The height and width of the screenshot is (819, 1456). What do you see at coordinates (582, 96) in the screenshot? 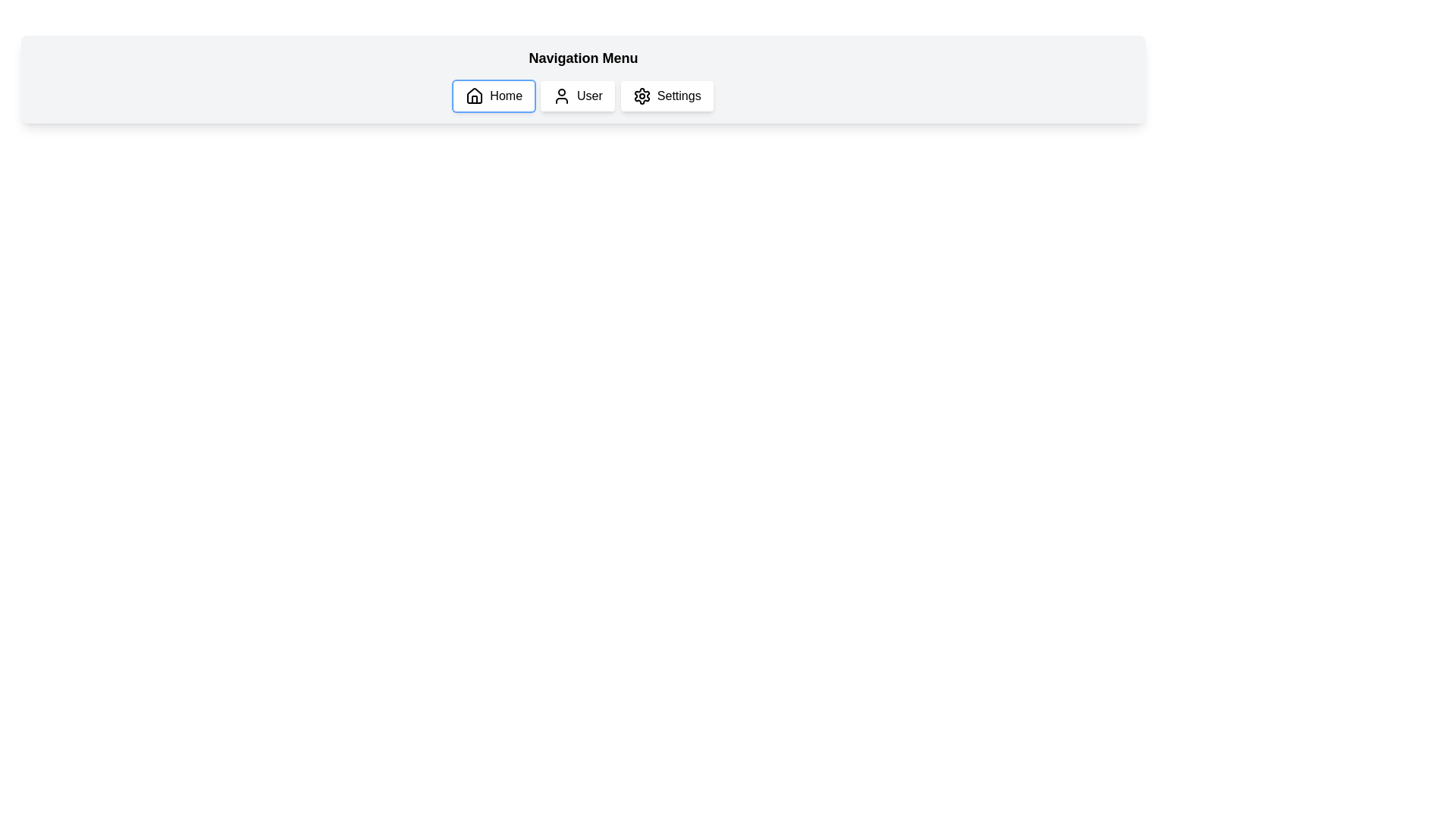
I see `the 'User' button in the Navigation Bar, which is styled with a white background and located in the center of the three buttons` at bounding box center [582, 96].